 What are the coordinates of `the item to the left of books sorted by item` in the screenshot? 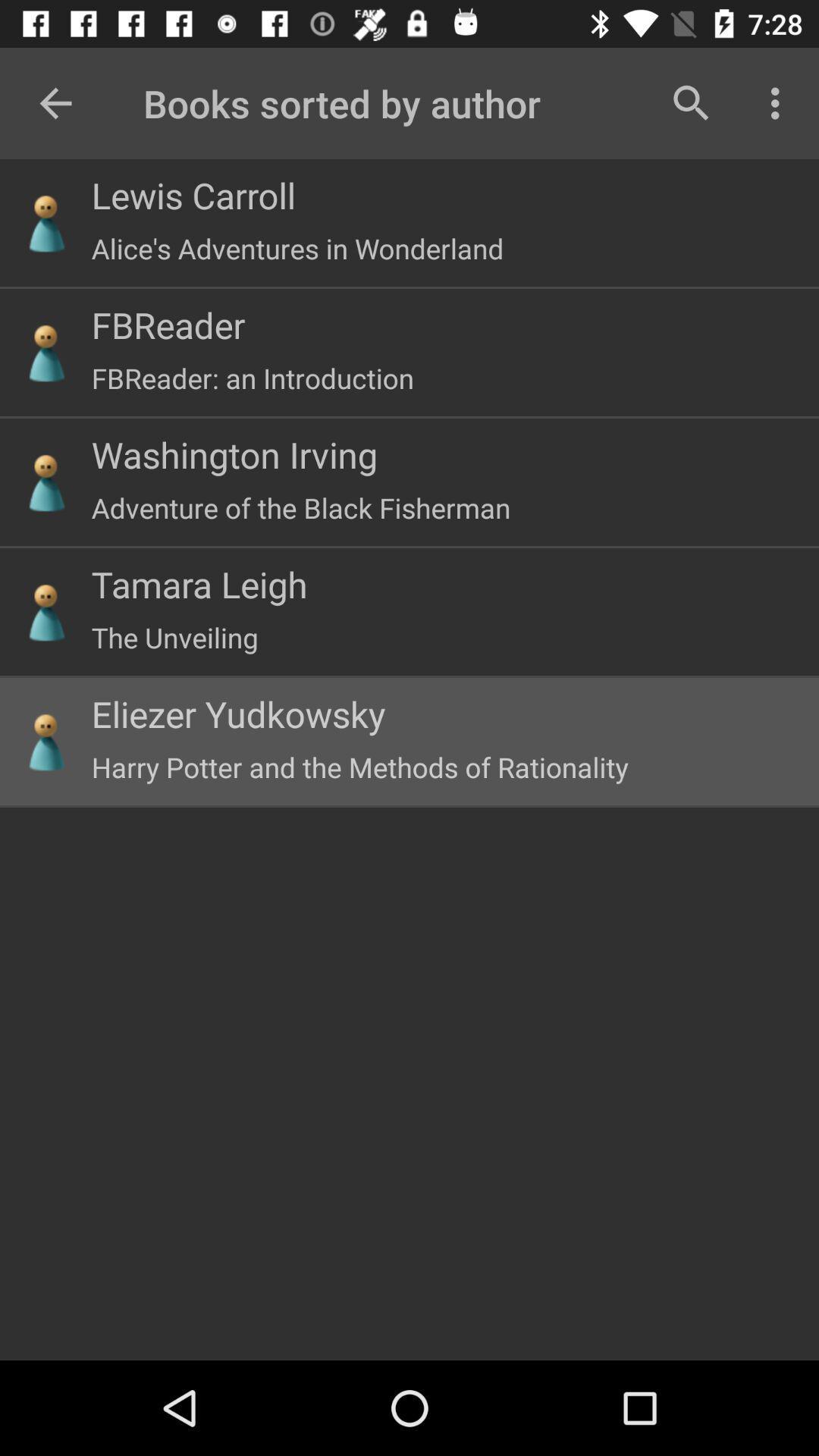 It's located at (55, 102).